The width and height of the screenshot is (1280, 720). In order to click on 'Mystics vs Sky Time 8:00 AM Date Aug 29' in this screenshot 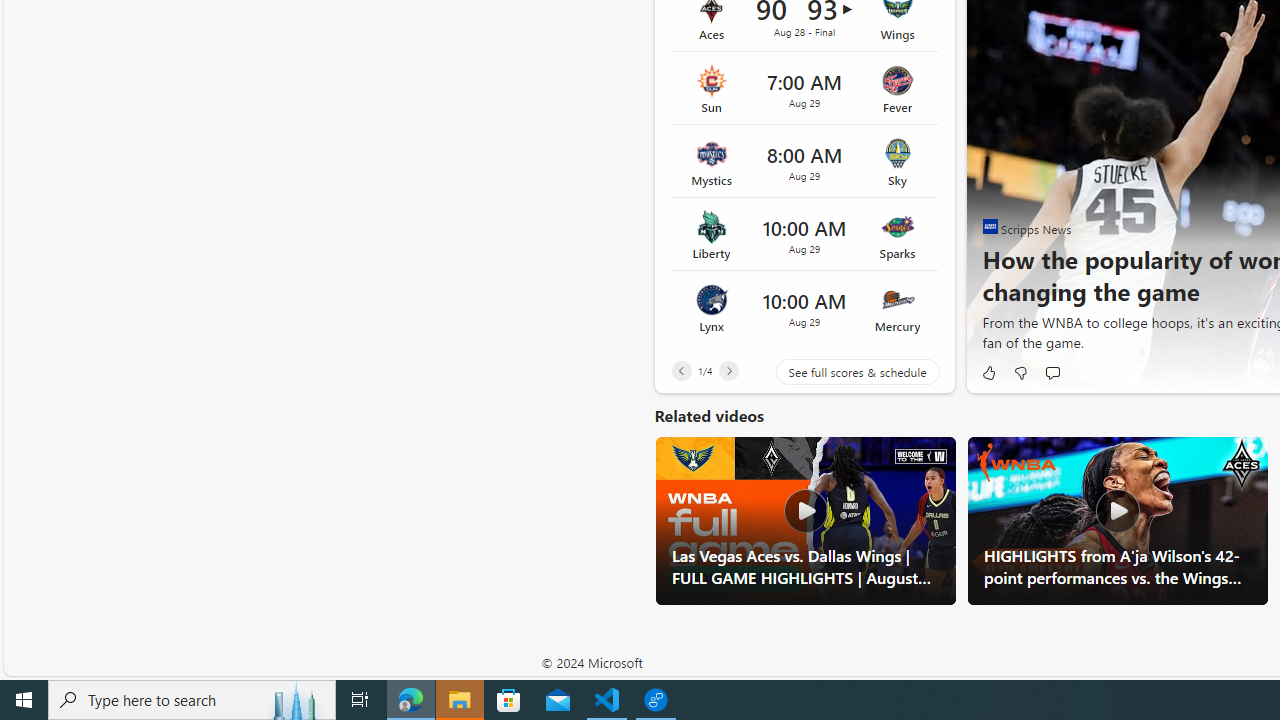, I will do `click(804, 161)`.